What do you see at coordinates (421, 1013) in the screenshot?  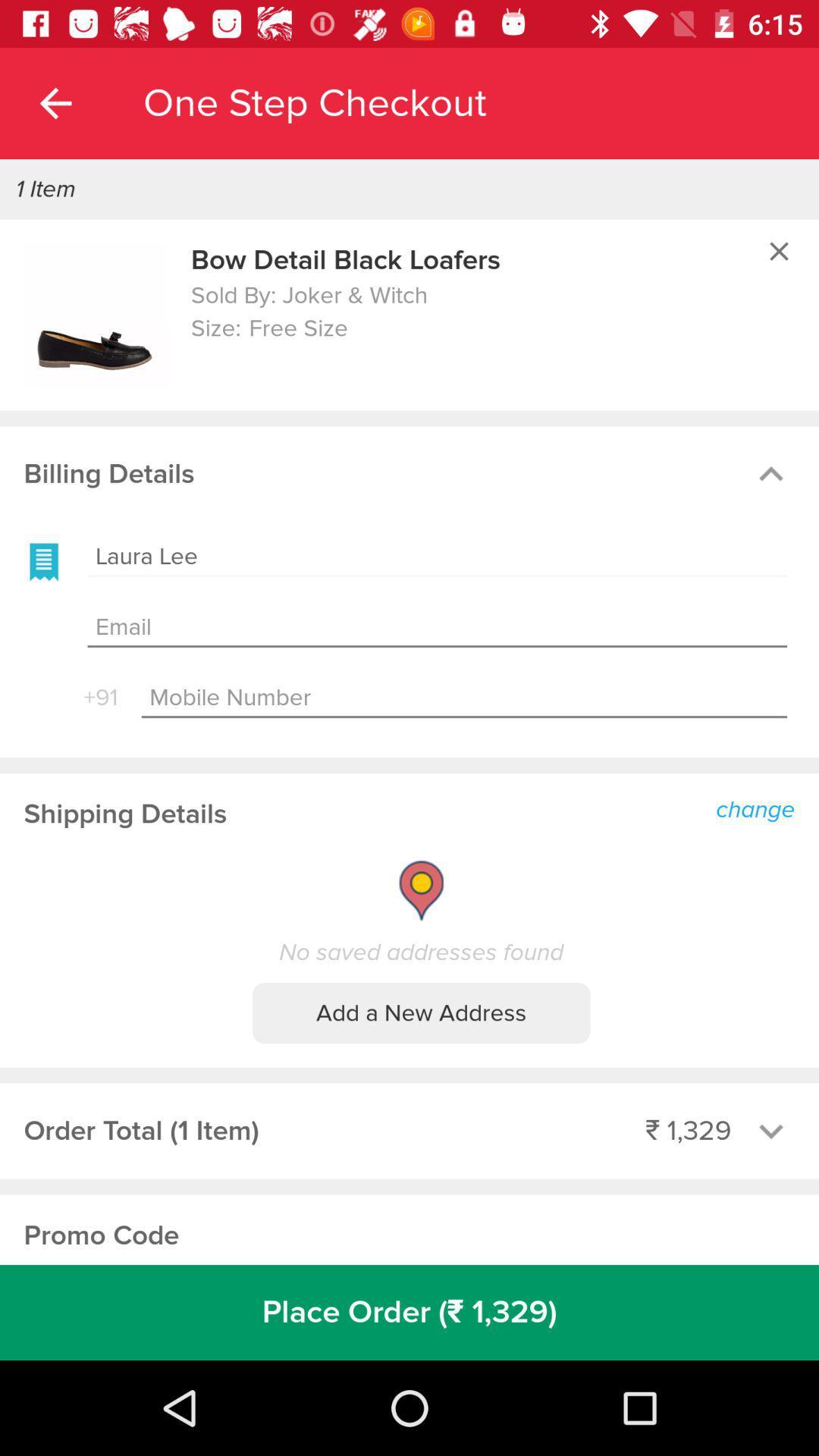 I see `the item below the no saved addresses` at bounding box center [421, 1013].